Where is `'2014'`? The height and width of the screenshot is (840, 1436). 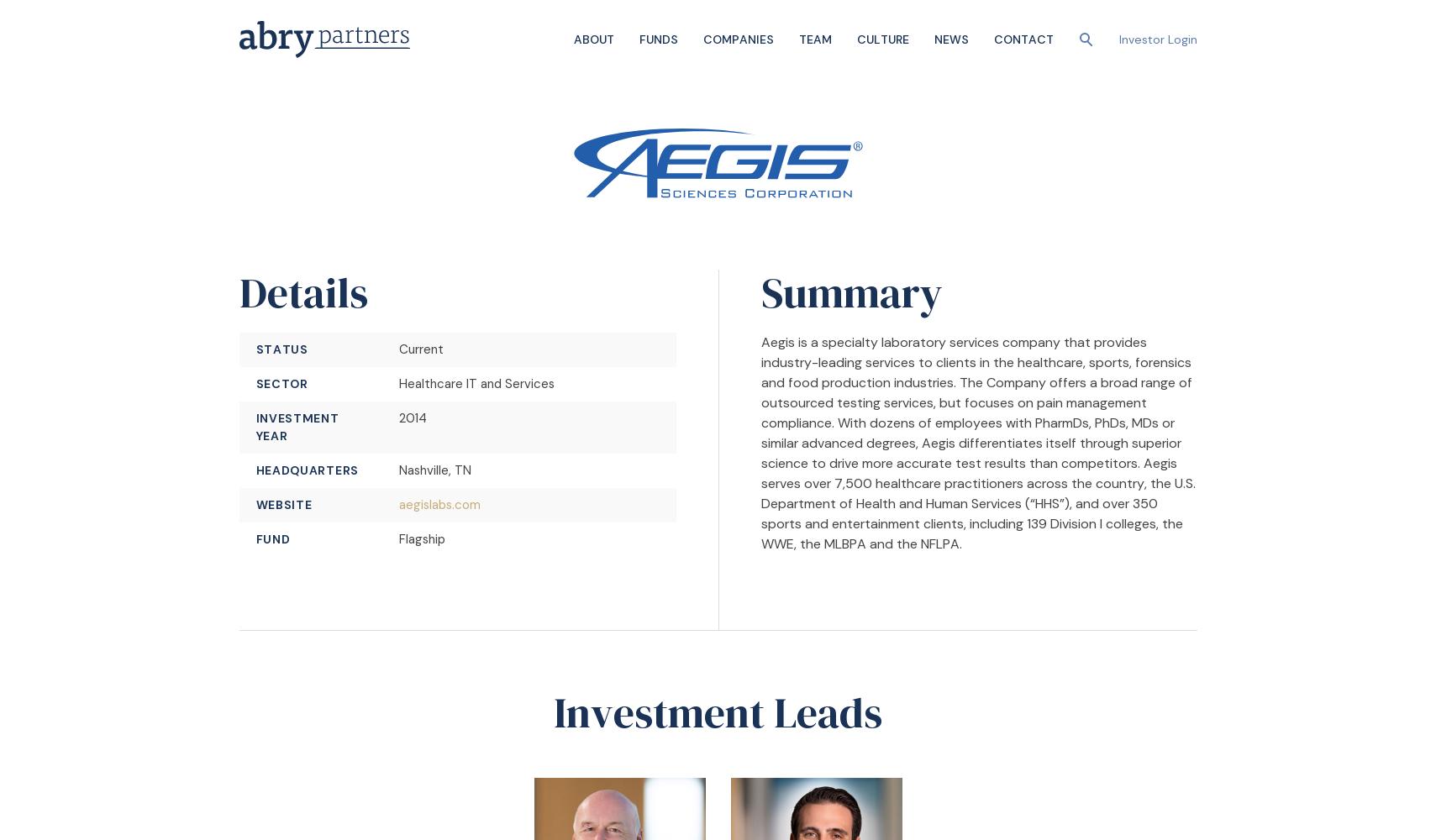 '2014' is located at coordinates (411, 417).